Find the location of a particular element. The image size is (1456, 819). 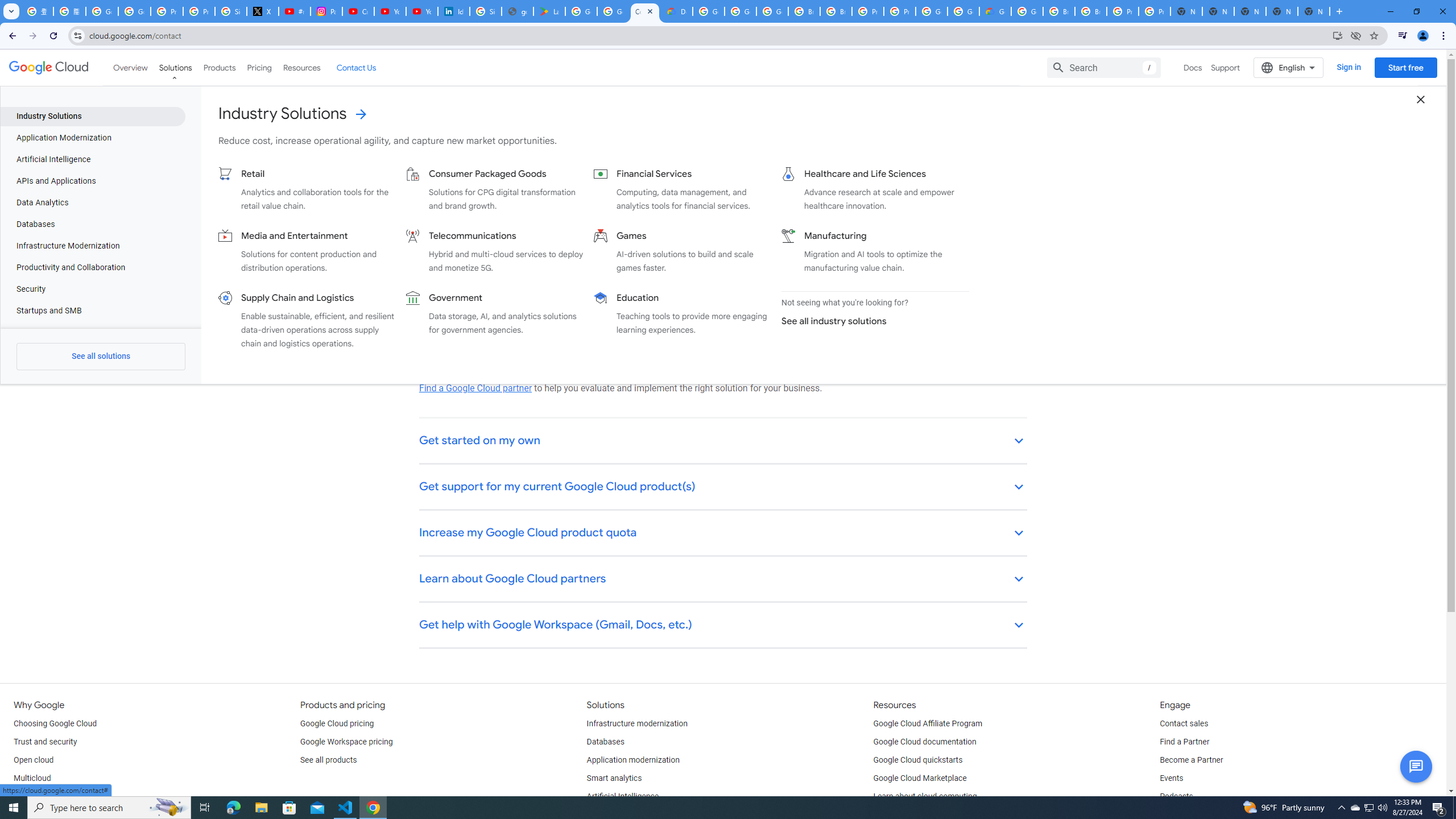

'Games AI-driven solutions to build and scale games faster.' is located at coordinates (682, 251).